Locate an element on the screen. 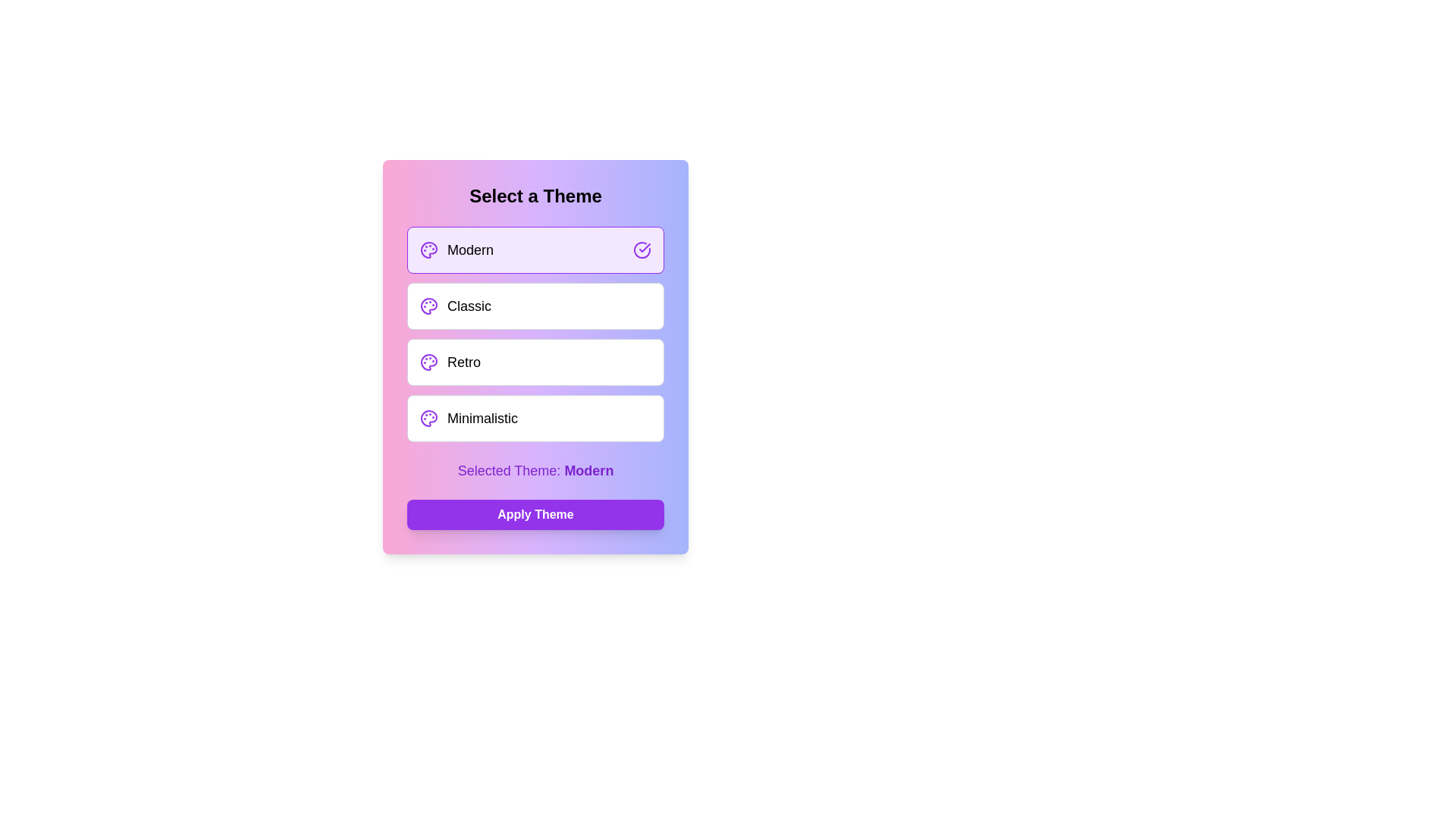  the non-interactive label indicating the selected theme, specifically the text 'Modern' is located at coordinates (588, 470).